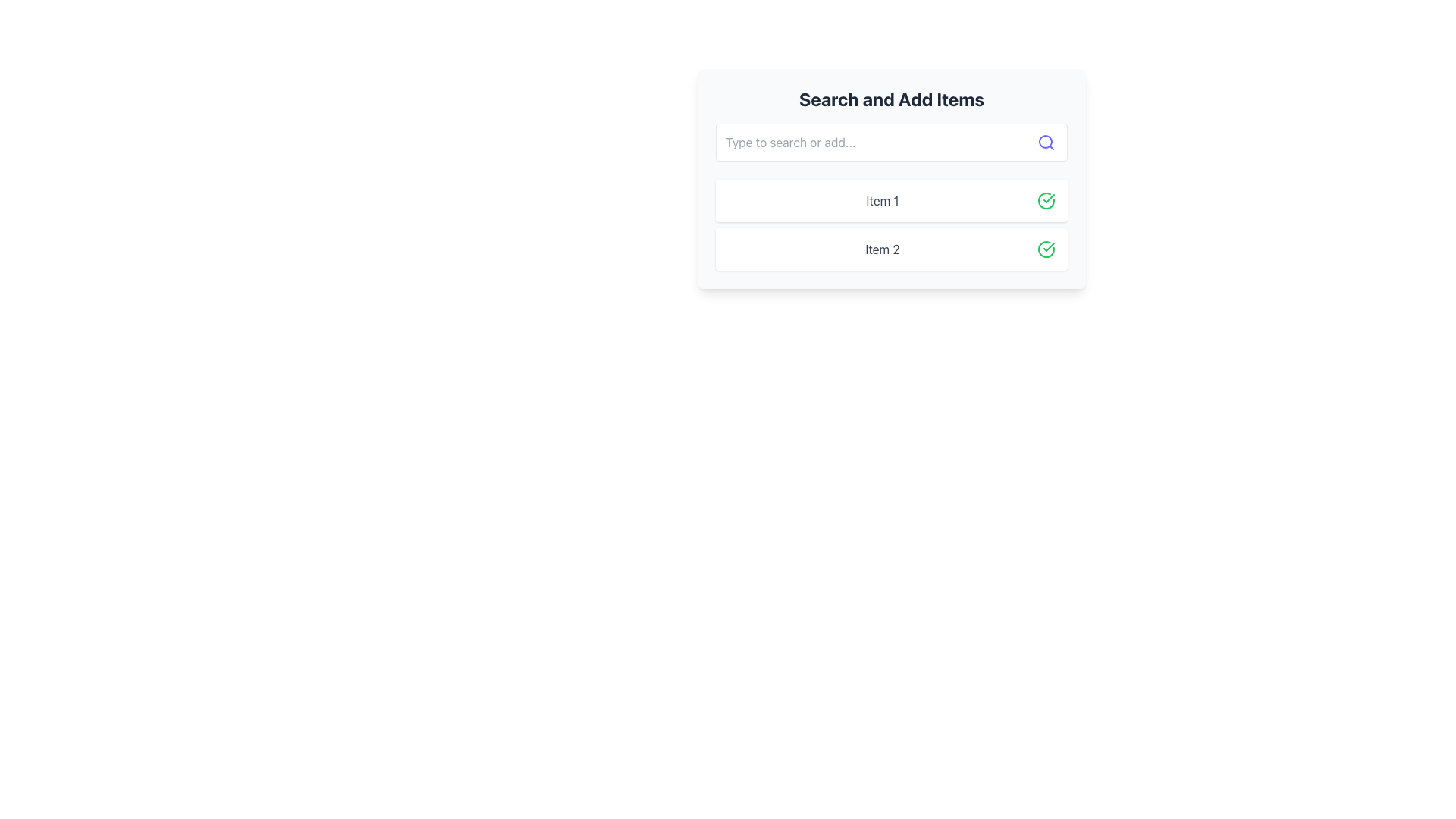 The width and height of the screenshot is (1456, 819). What do you see at coordinates (1046, 200) in the screenshot?
I see `the circular checkmark icon with a green outline located to the right of 'Item 1'` at bounding box center [1046, 200].